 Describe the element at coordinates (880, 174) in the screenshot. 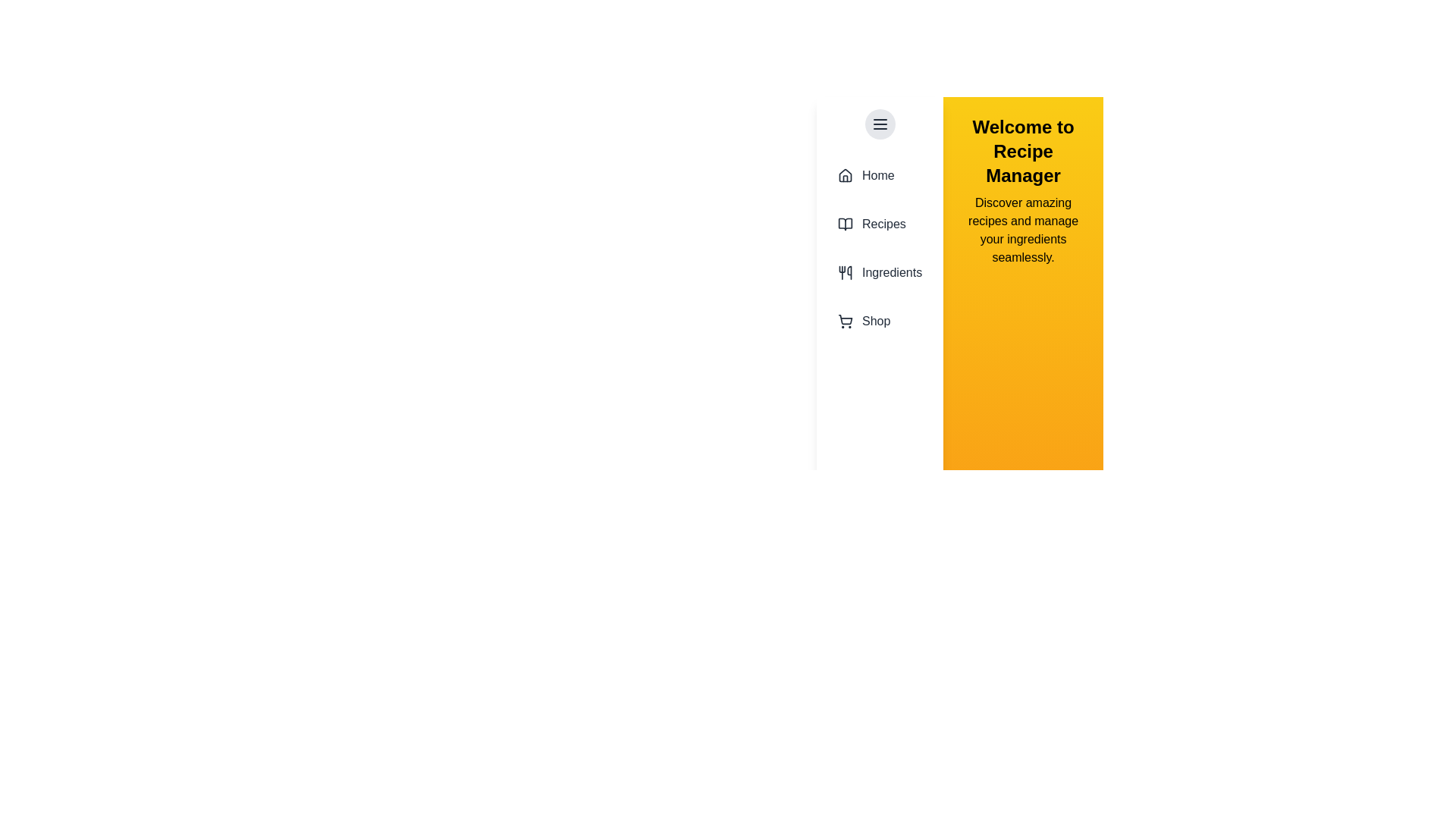

I see `the category item labeled Home in the drawer` at that location.